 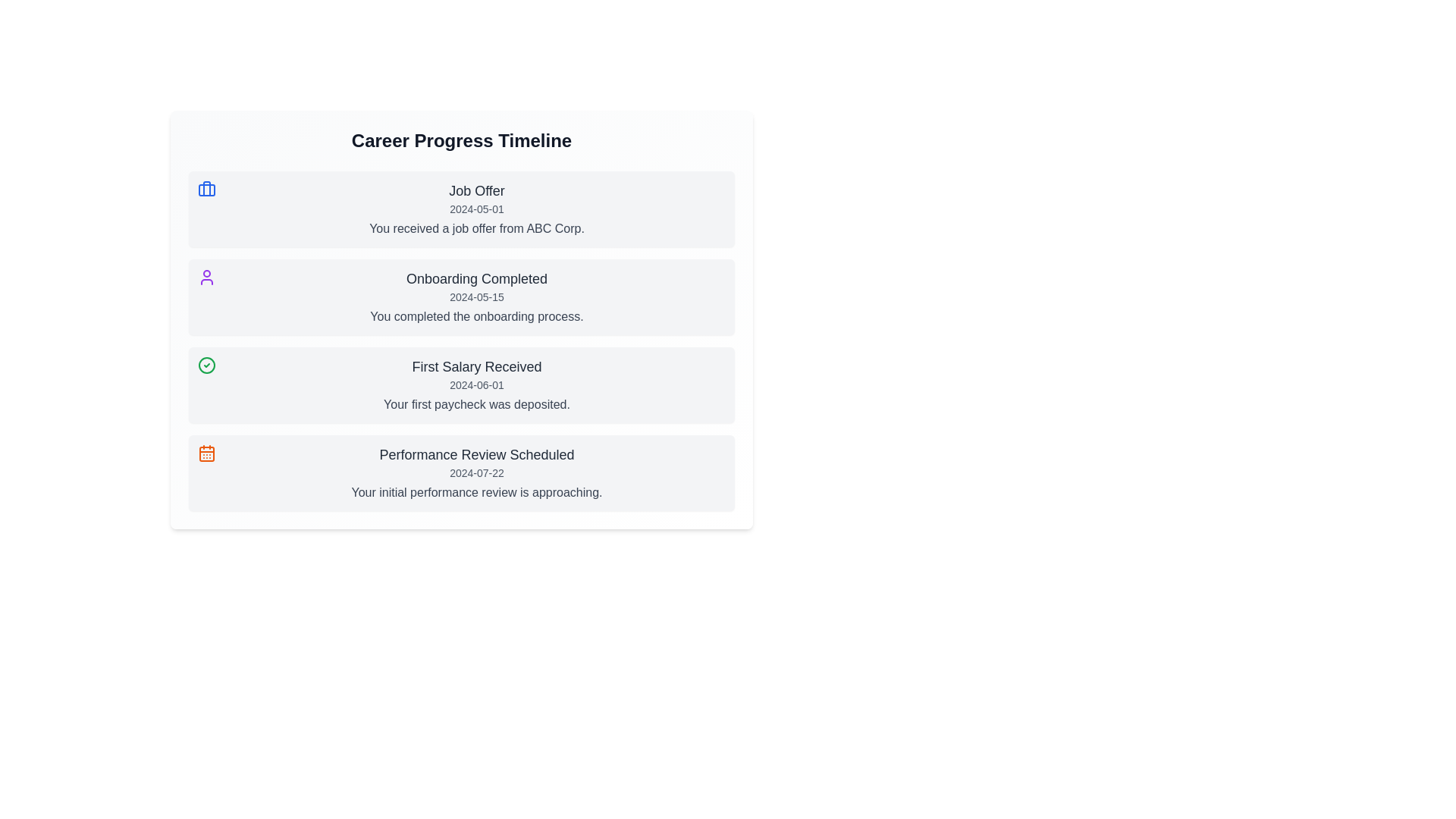 I want to click on the purple user icon representing the onboarding completion, located at the left side of the row labeled 'Onboarding Completed', so click(x=206, y=278).